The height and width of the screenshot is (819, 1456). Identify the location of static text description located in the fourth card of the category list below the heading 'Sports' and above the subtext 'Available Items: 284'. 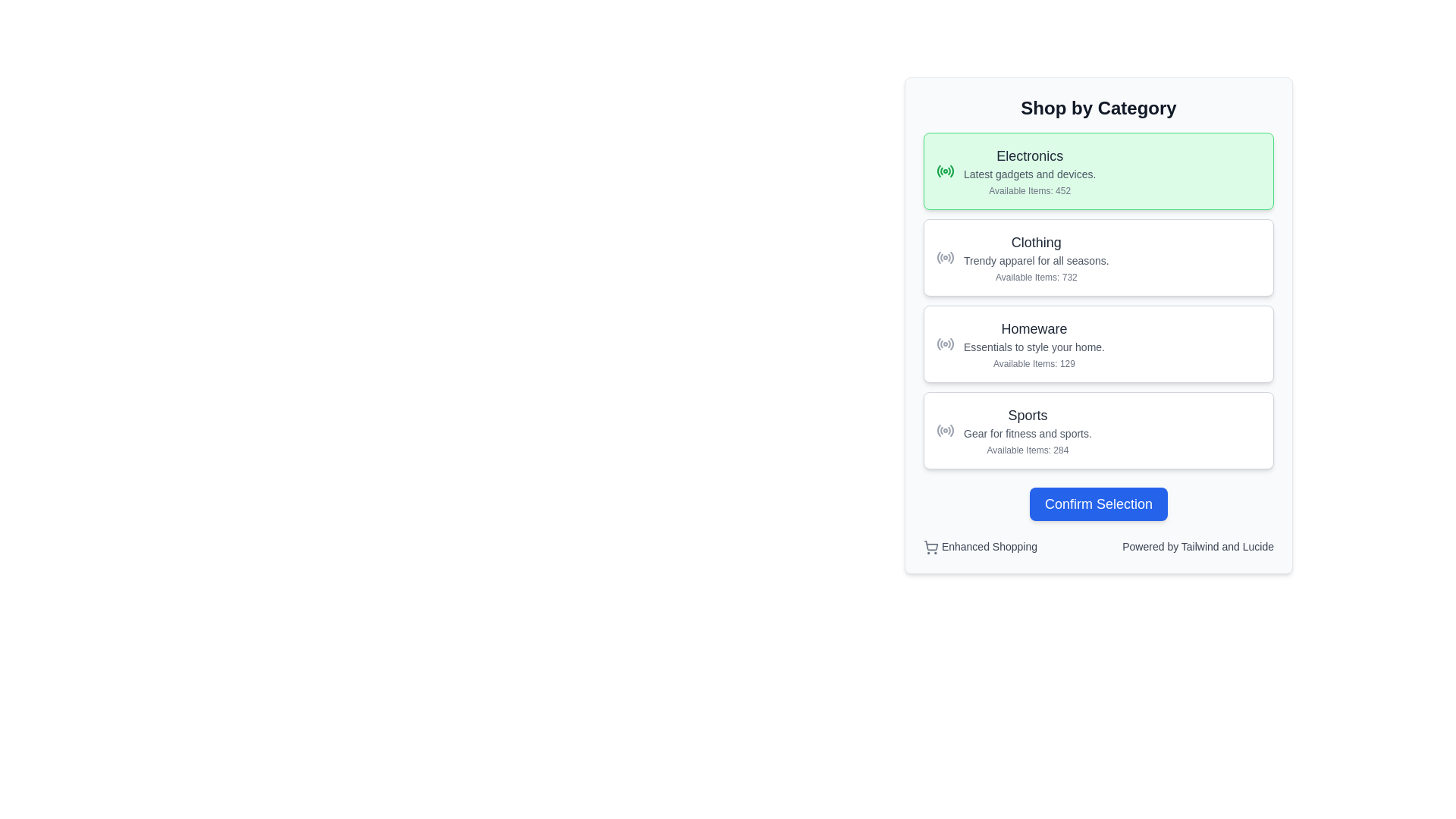
(1028, 433).